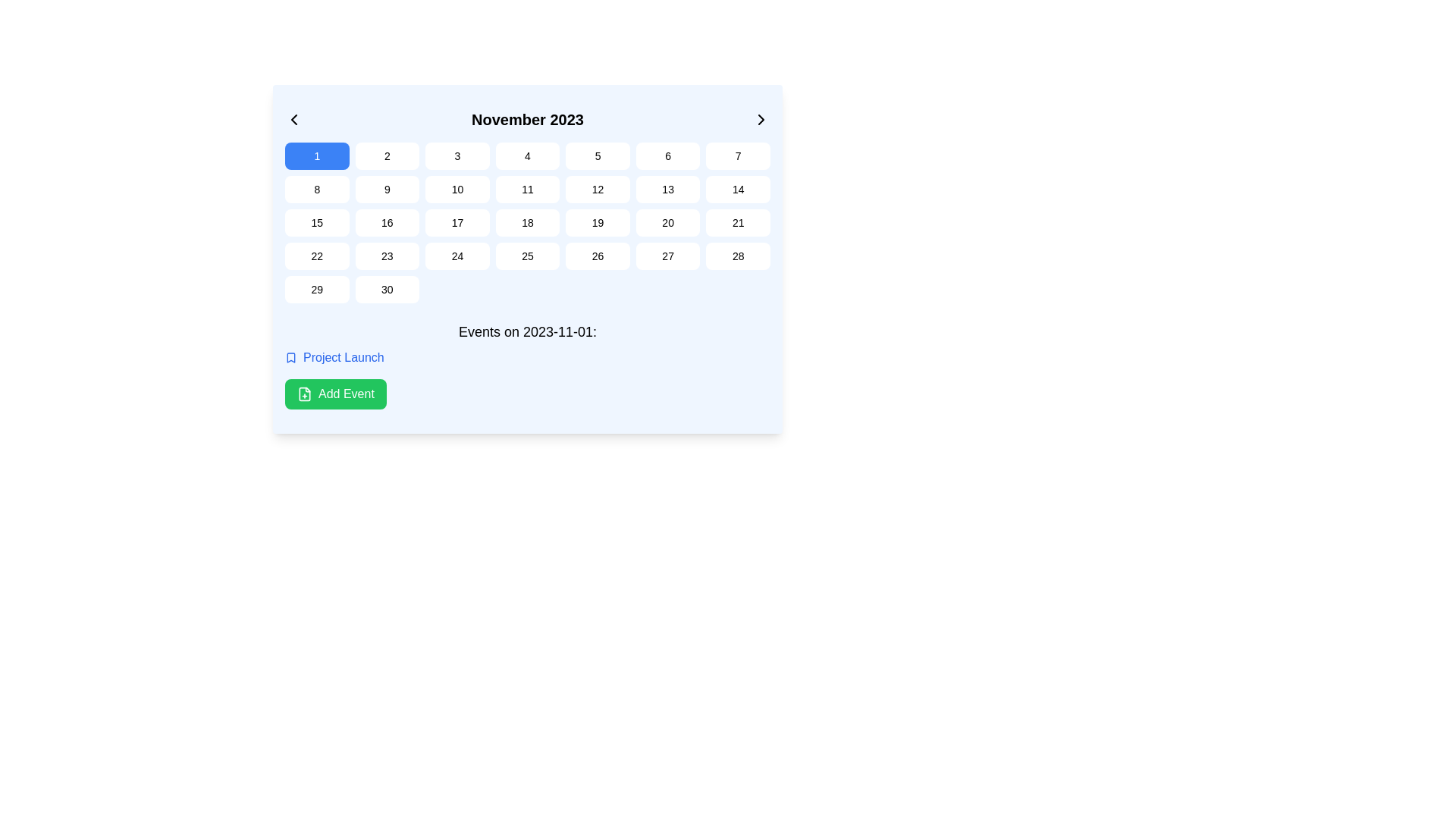  I want to click on the button representing the 14th day of November 2023 in the calendar, so click(738, 189).